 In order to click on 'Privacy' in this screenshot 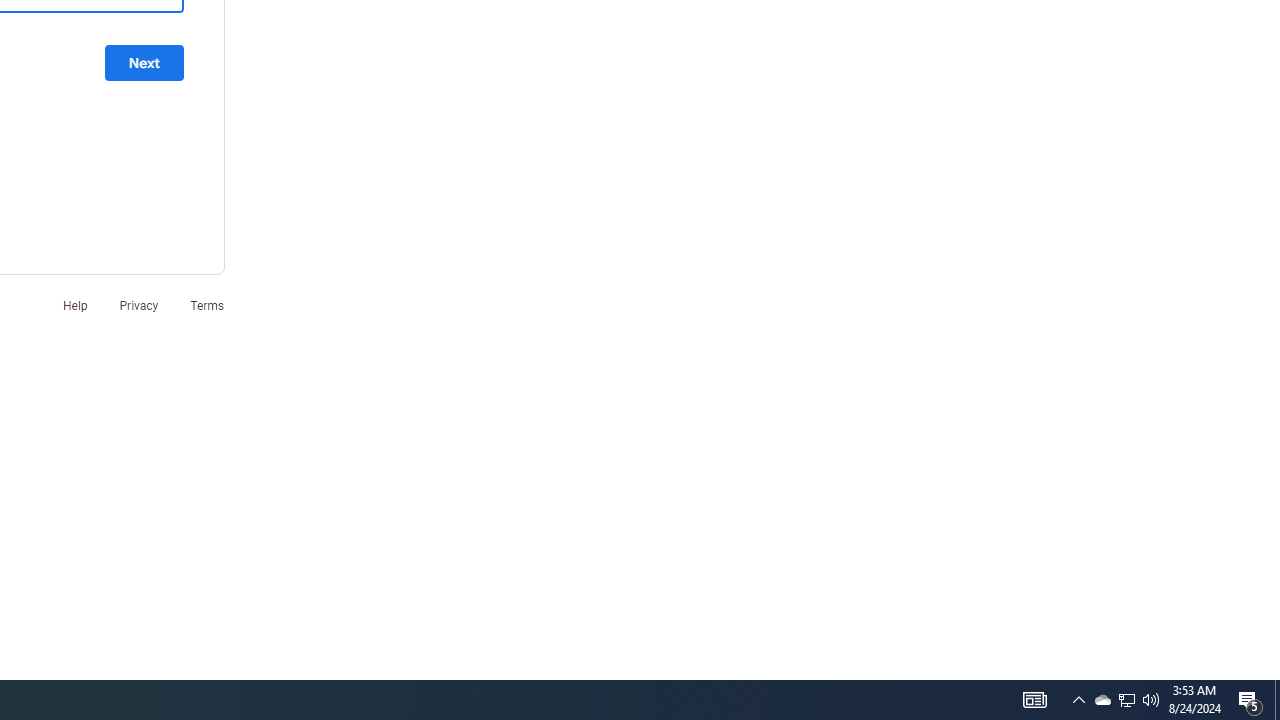, I will do `click(137, 305)`.